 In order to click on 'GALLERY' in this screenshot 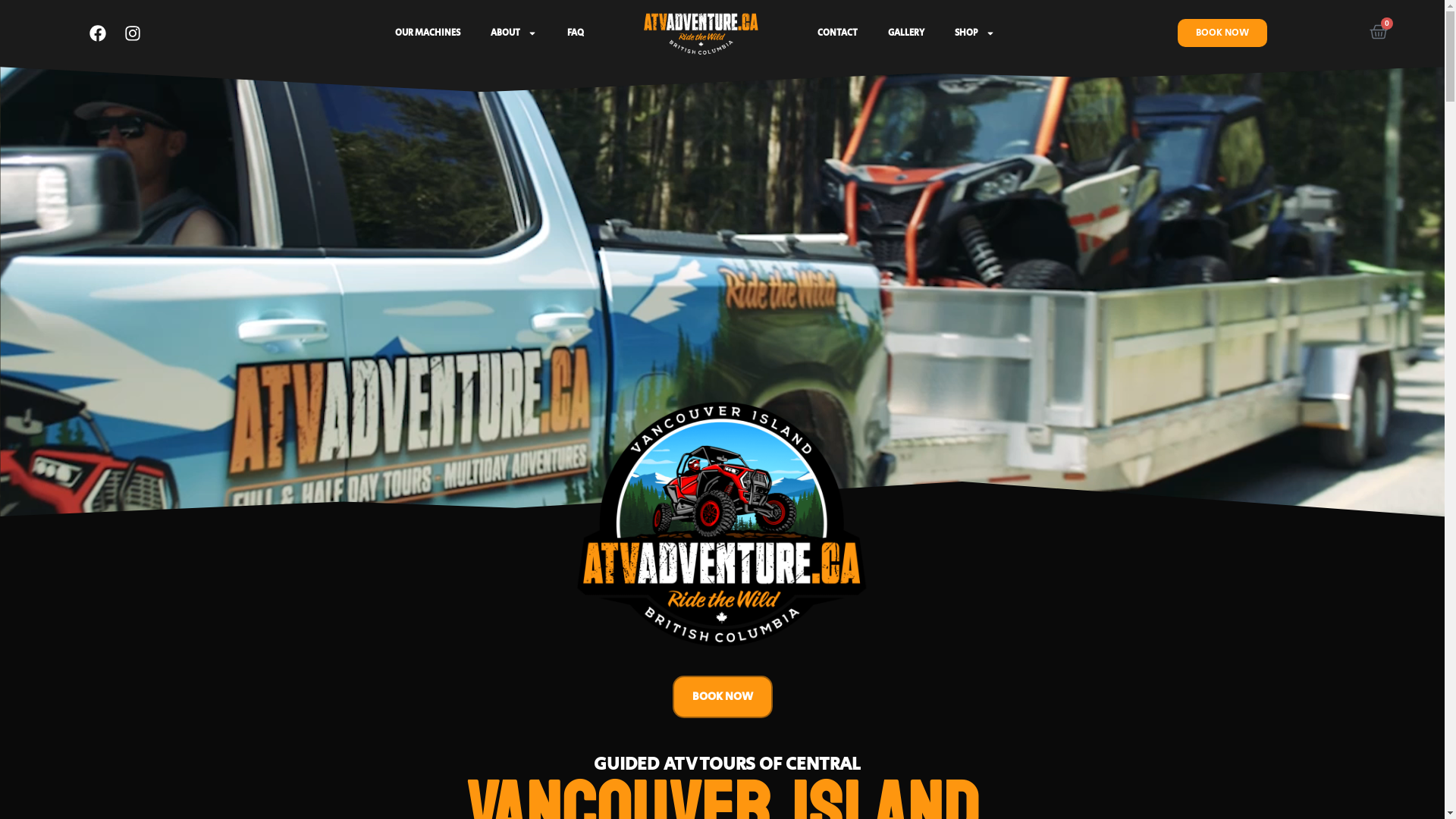, I will do `click(906, 33)`.